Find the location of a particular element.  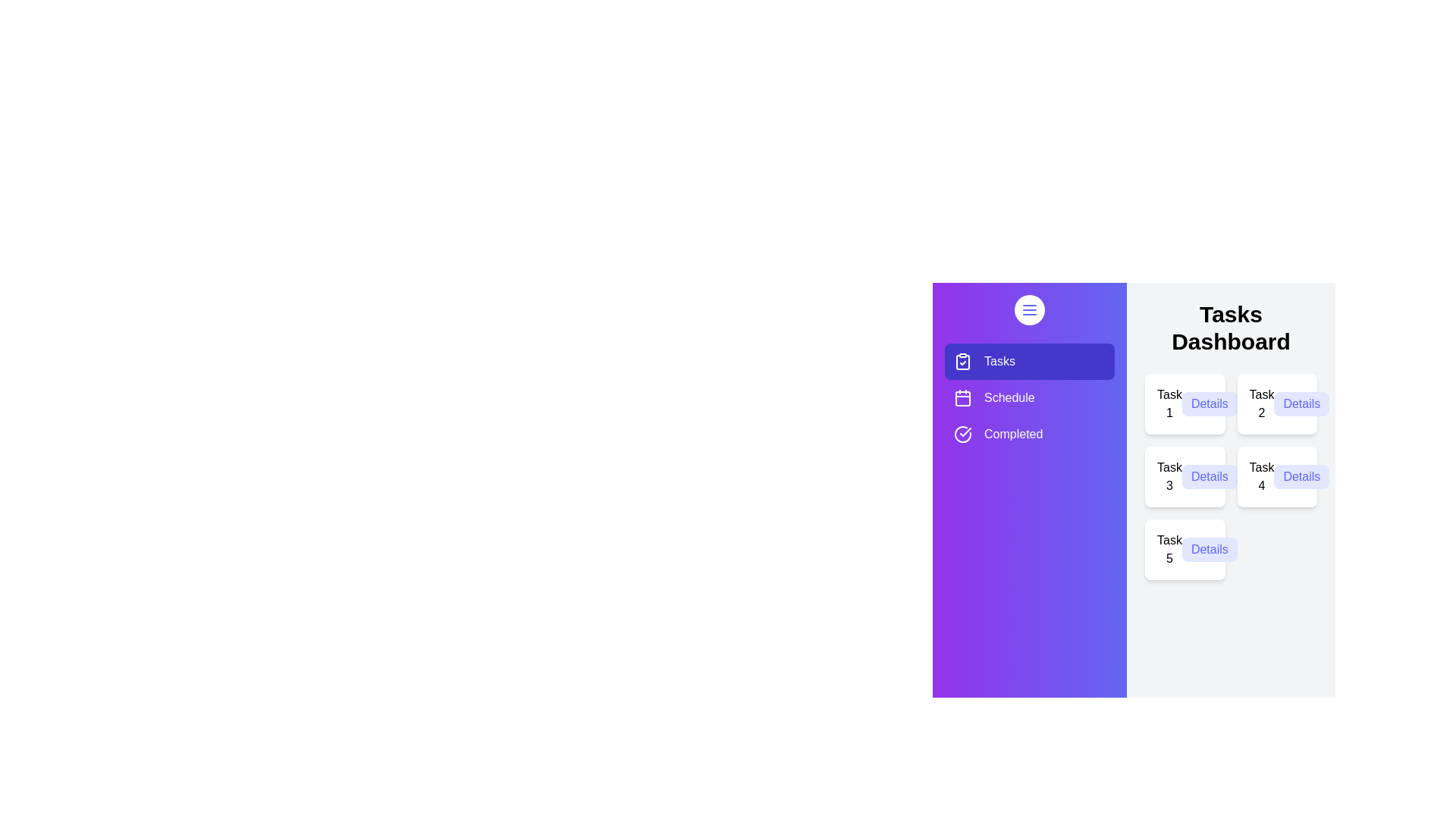

the Completed tab in the sidebar is located at coordinates (1030, 435).